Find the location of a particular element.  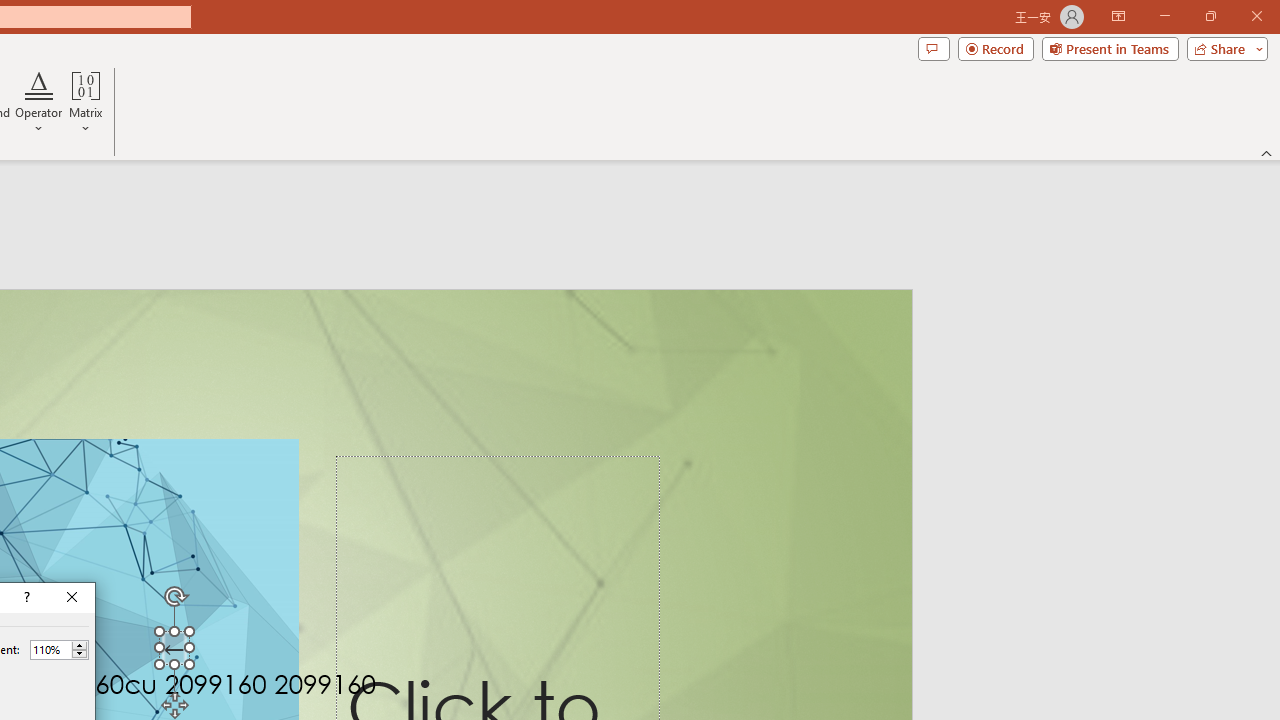

'Matrix' is located at coordinates (85, 103).